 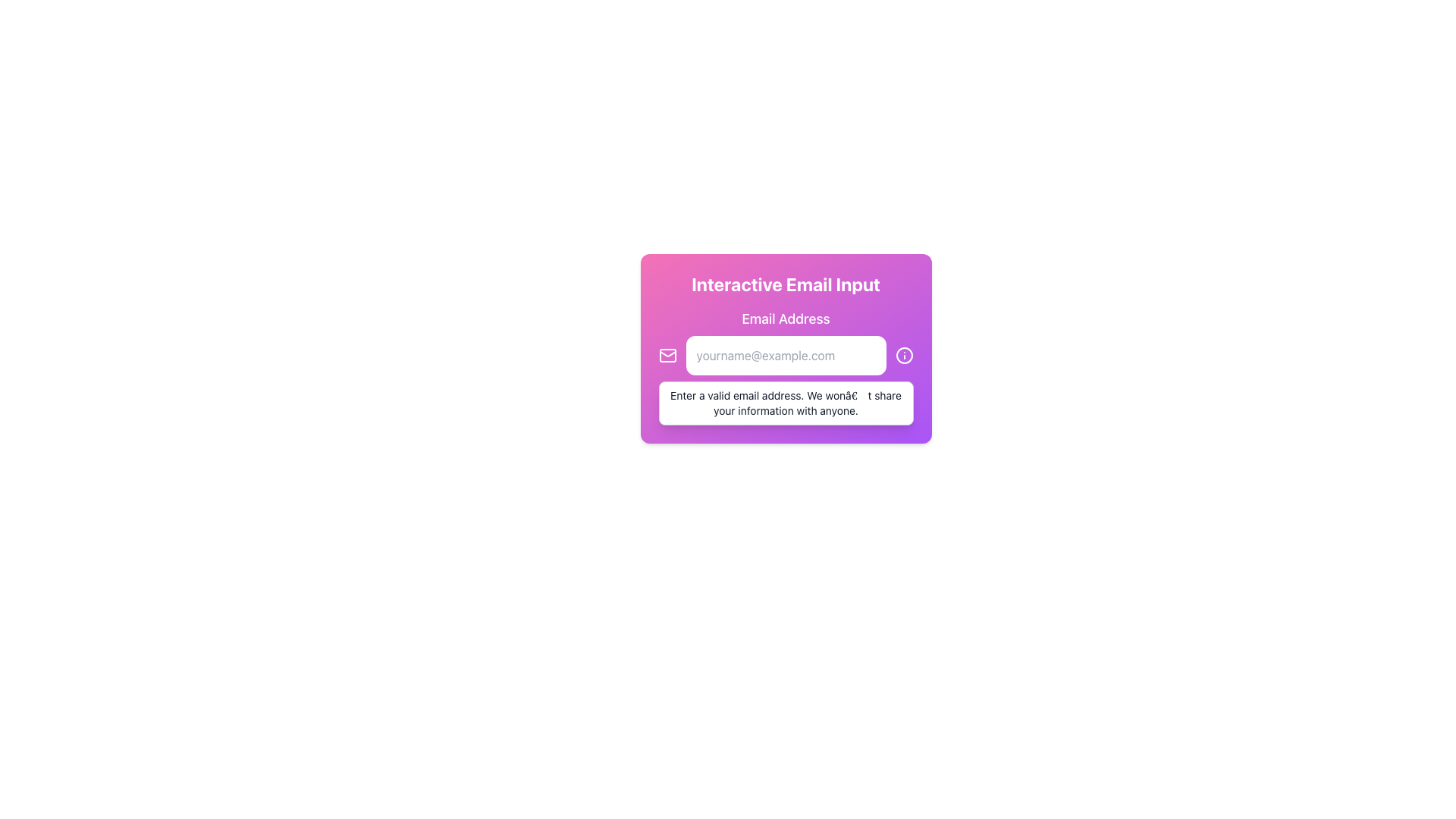 I want to click on the triangular shape within the mail envelope icon, which is located to the left of the 'Email Address' input field, so click(x=667, y=353).